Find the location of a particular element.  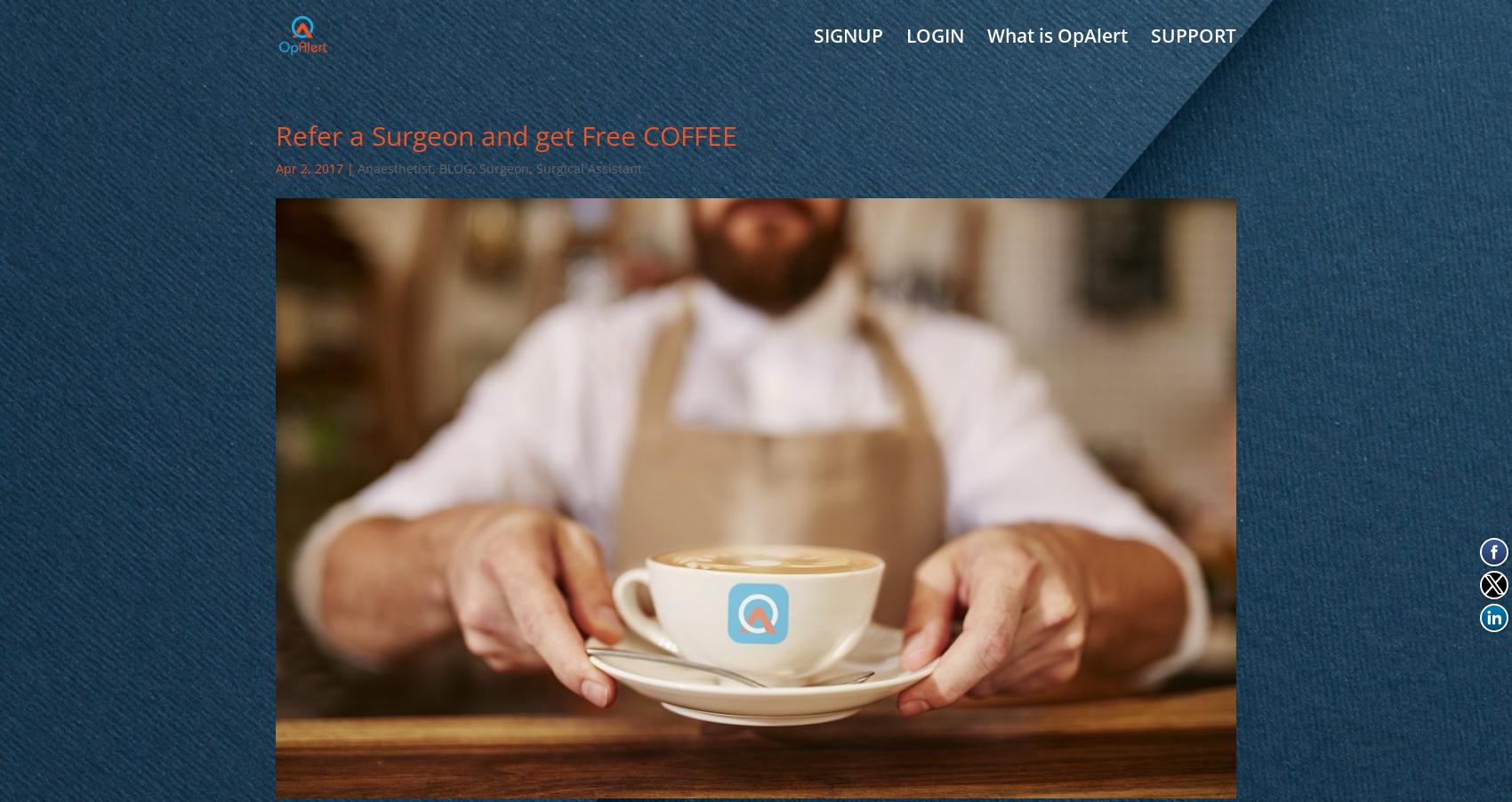

'Surgeon' is located at coordinates (503, 167).